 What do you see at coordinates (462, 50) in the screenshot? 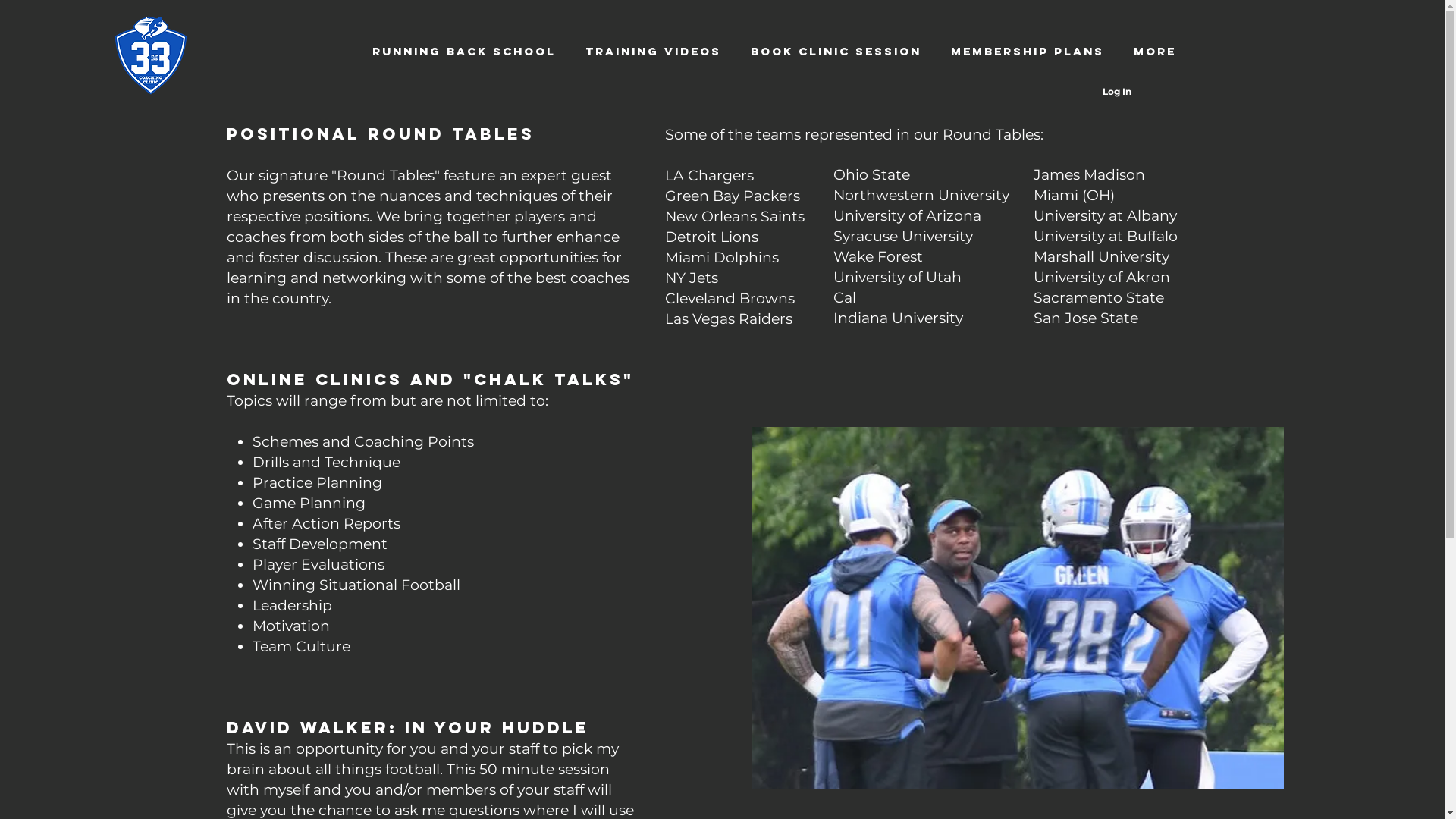
I see `'RUNNING BACK SCHOOL'` at bounding box center [462, 50].